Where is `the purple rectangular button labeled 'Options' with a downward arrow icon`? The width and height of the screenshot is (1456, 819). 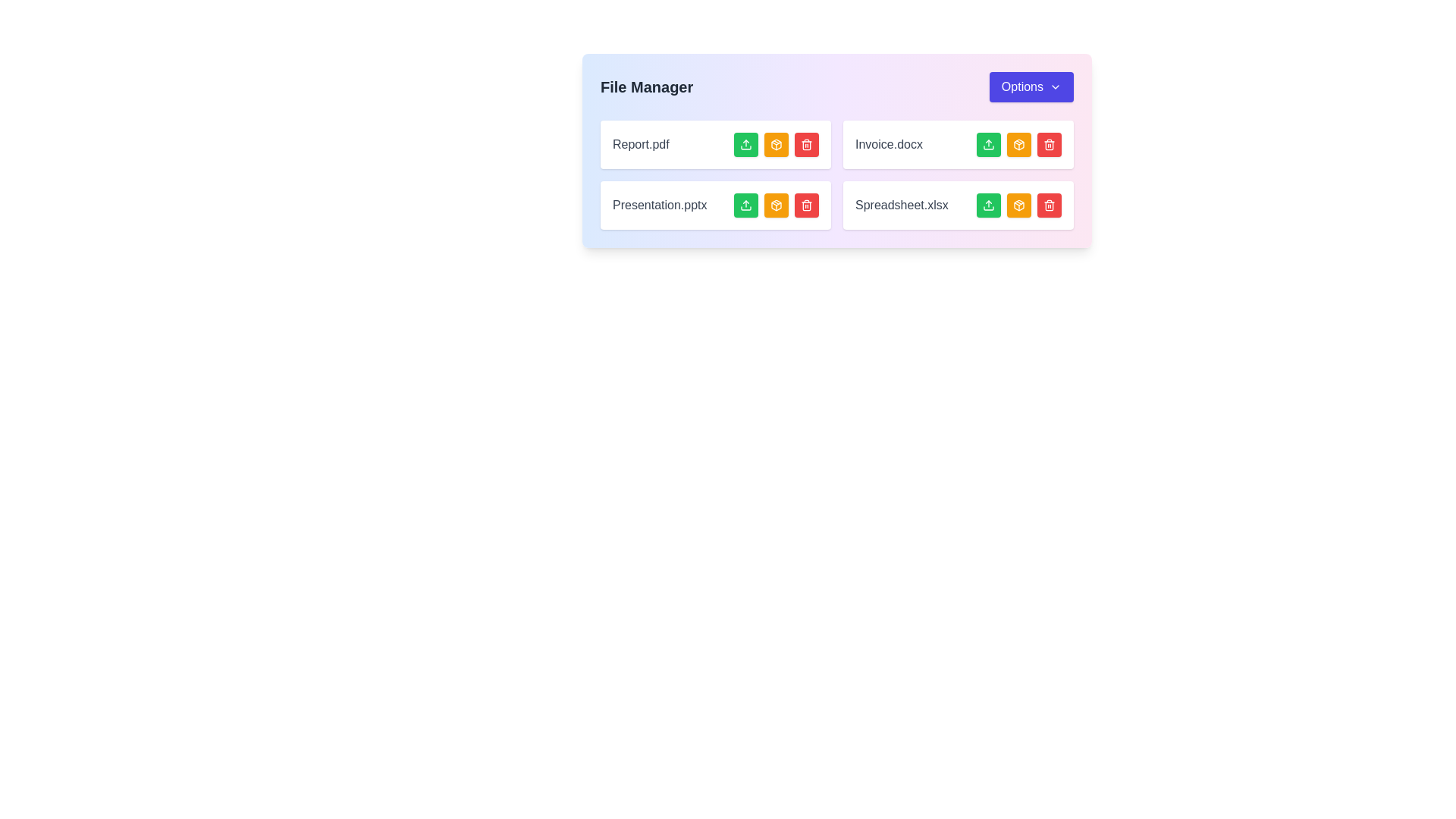 the purple rectangular button labeled 'Options' with a downward arrow icon is located at coordinates (1031, 87).